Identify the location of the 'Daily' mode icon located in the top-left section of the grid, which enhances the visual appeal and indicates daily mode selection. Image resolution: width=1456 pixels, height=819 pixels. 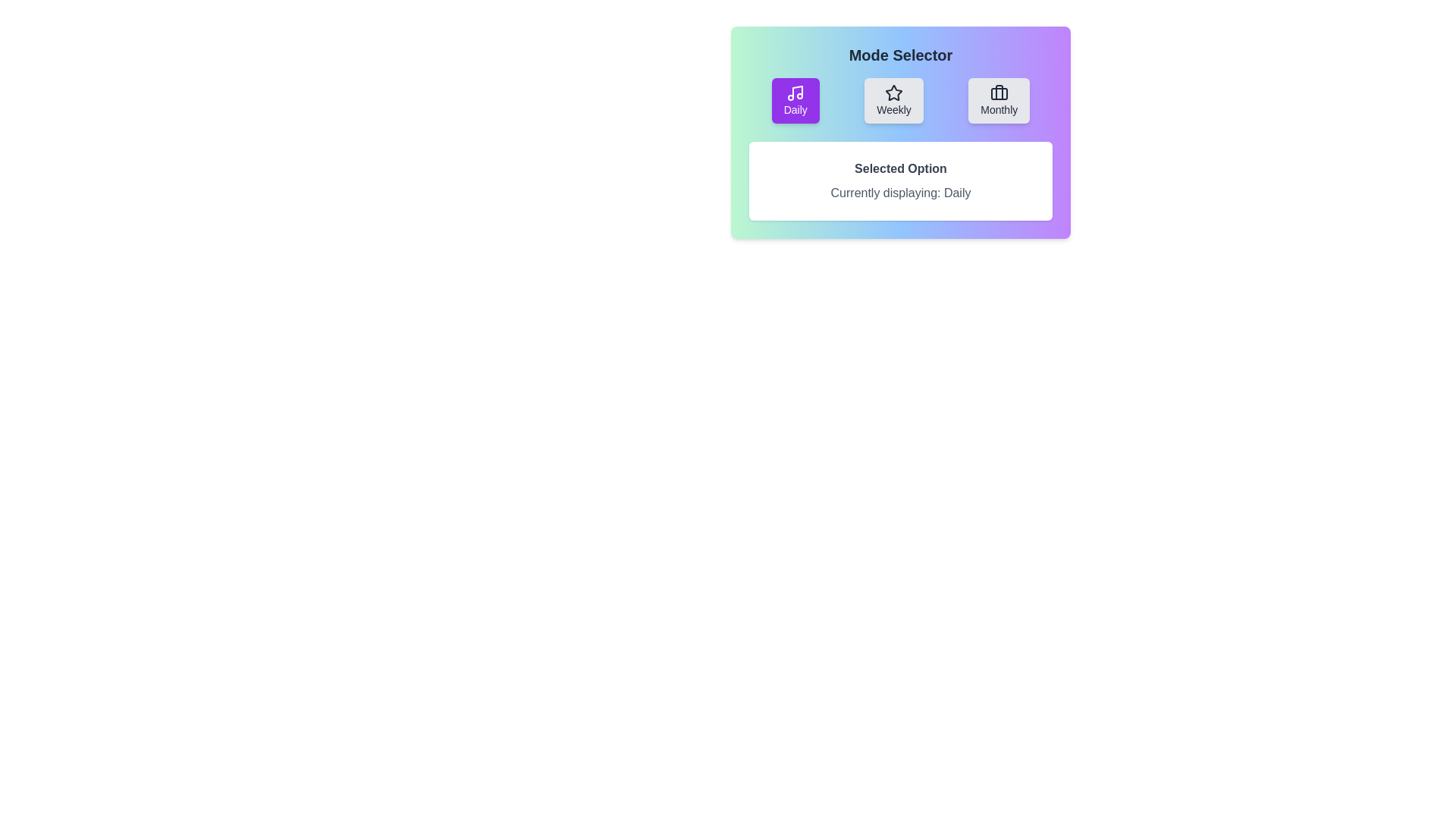
(795, 93).